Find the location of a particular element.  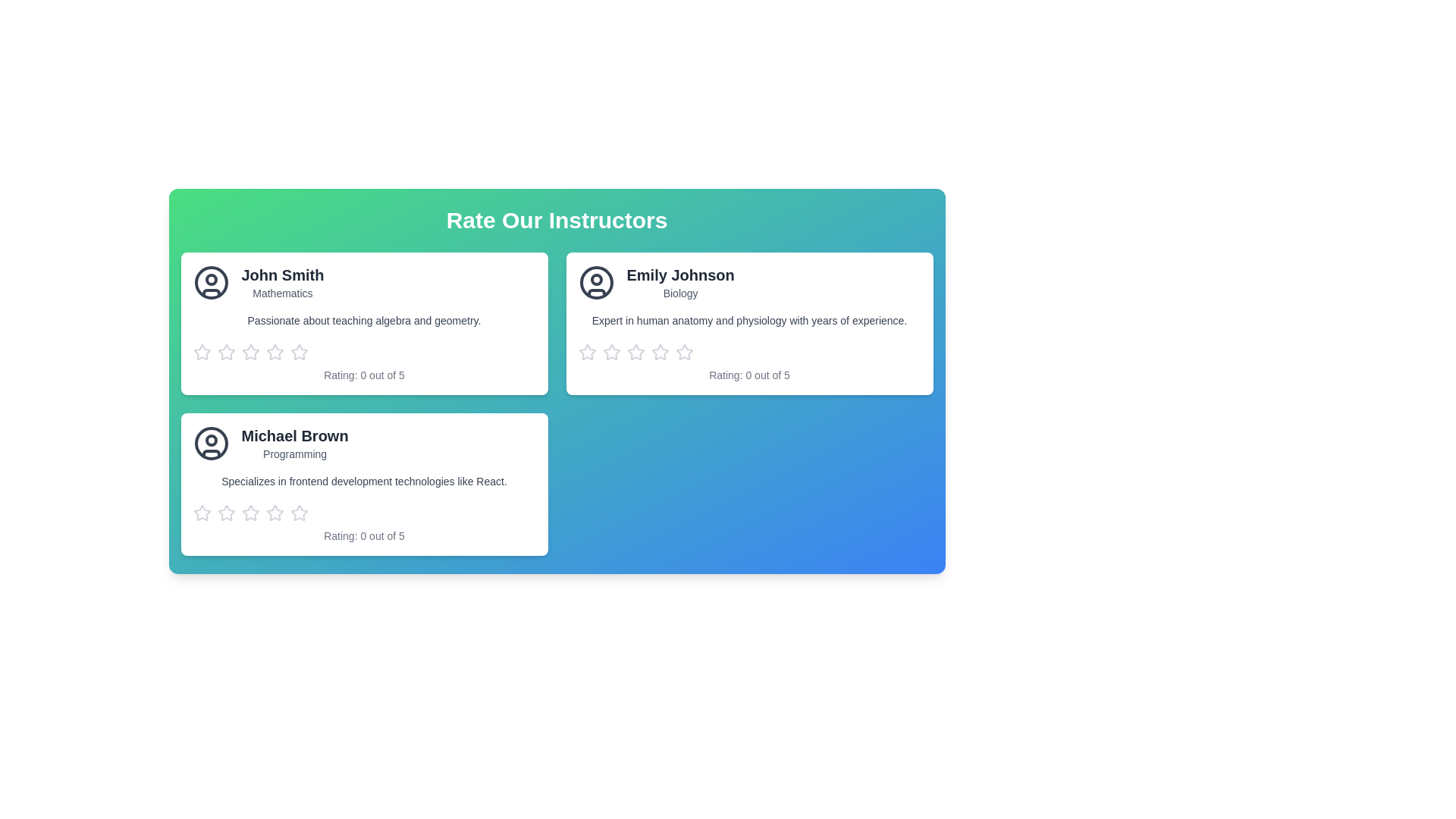

on the star in the interactive rating component below the instructor's description is located at coordinates (364, 353).